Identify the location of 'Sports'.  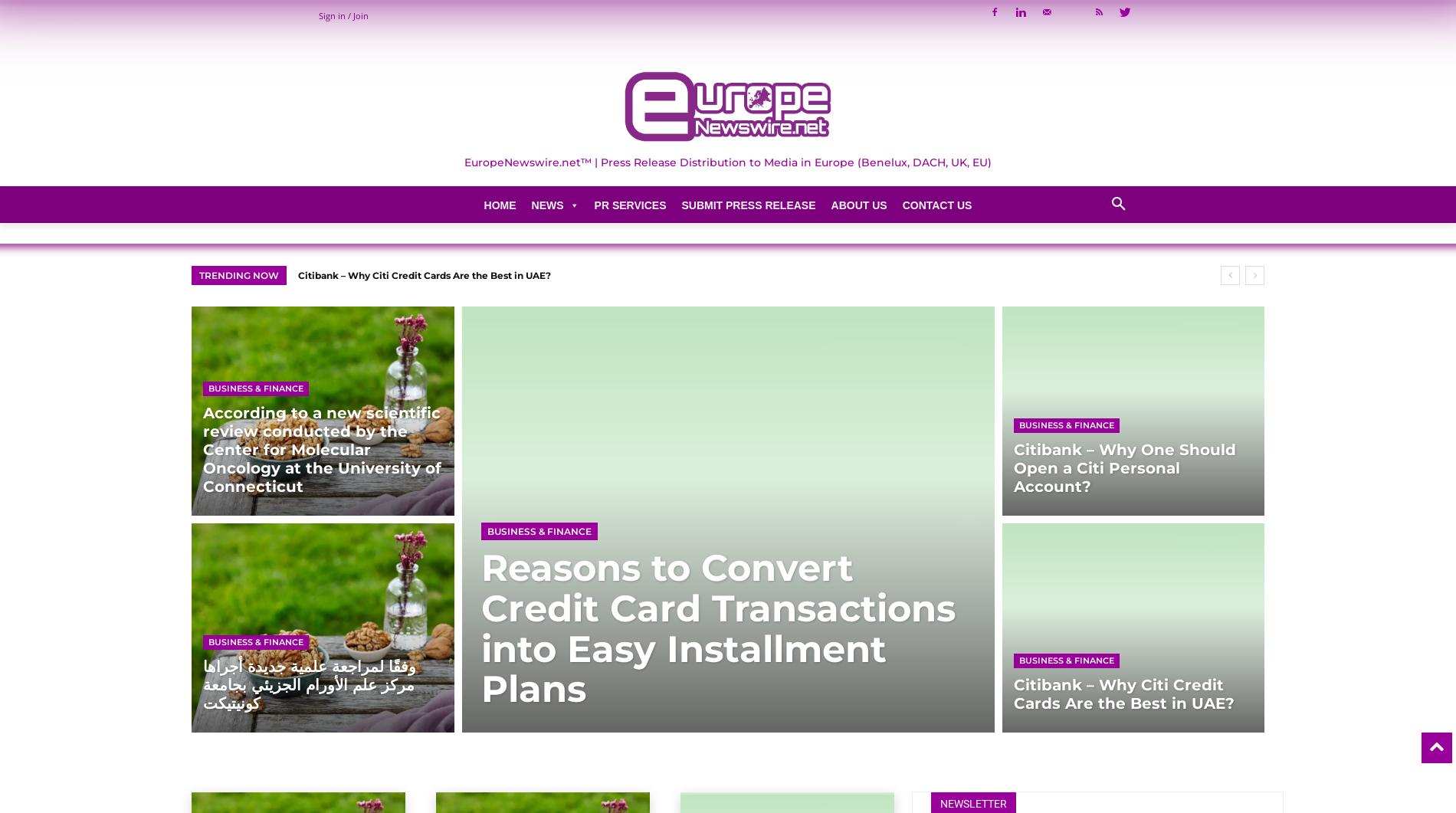
(544, 585).